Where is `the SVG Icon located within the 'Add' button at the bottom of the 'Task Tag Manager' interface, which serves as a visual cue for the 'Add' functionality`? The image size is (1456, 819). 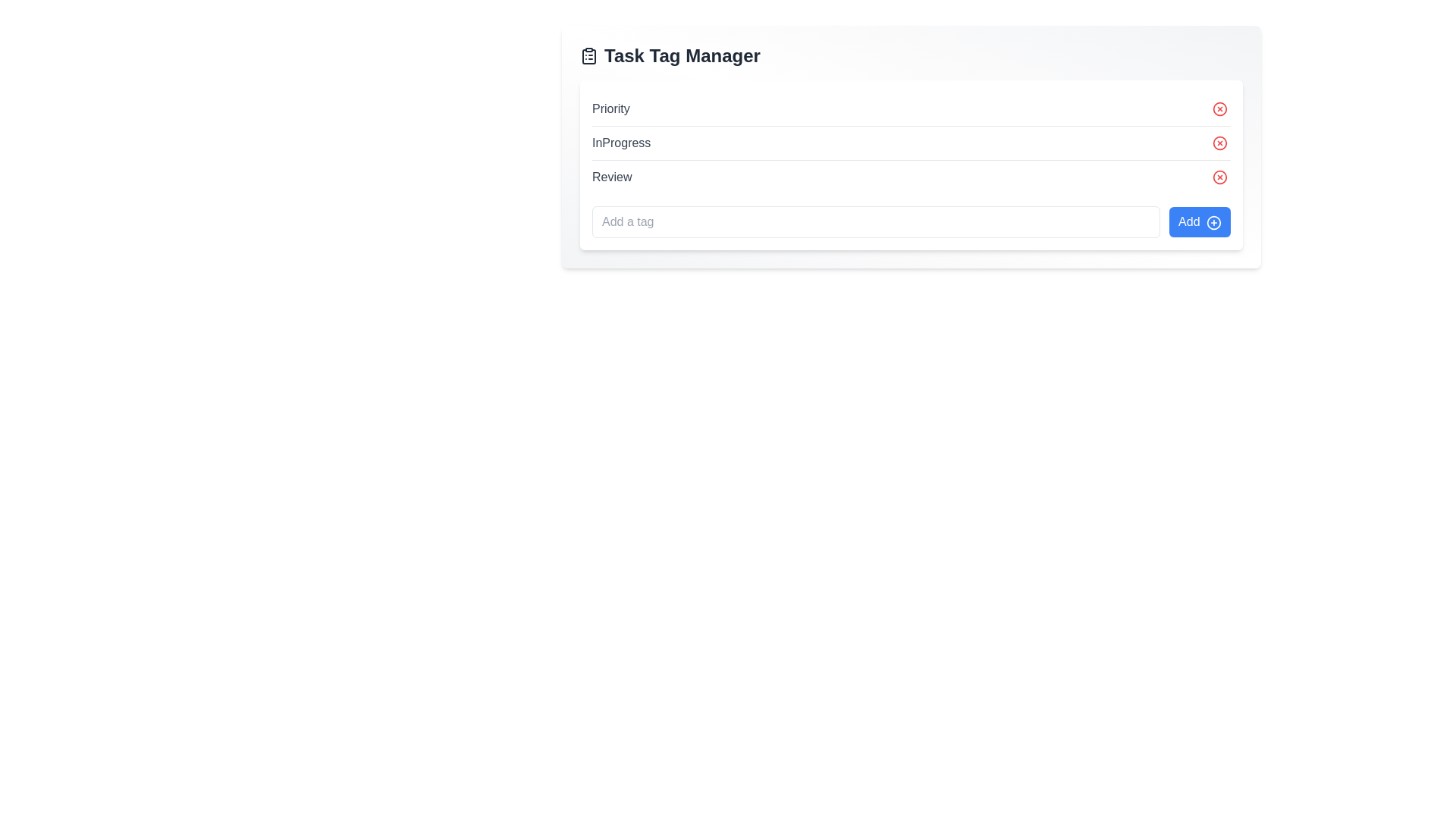
the SVG Icon located within the 'Add' button at the bottom of the 'Task Tag Manager' interface, which serves as a visual cue for the 'Add' functionality is located at coordinates (1214, 222).